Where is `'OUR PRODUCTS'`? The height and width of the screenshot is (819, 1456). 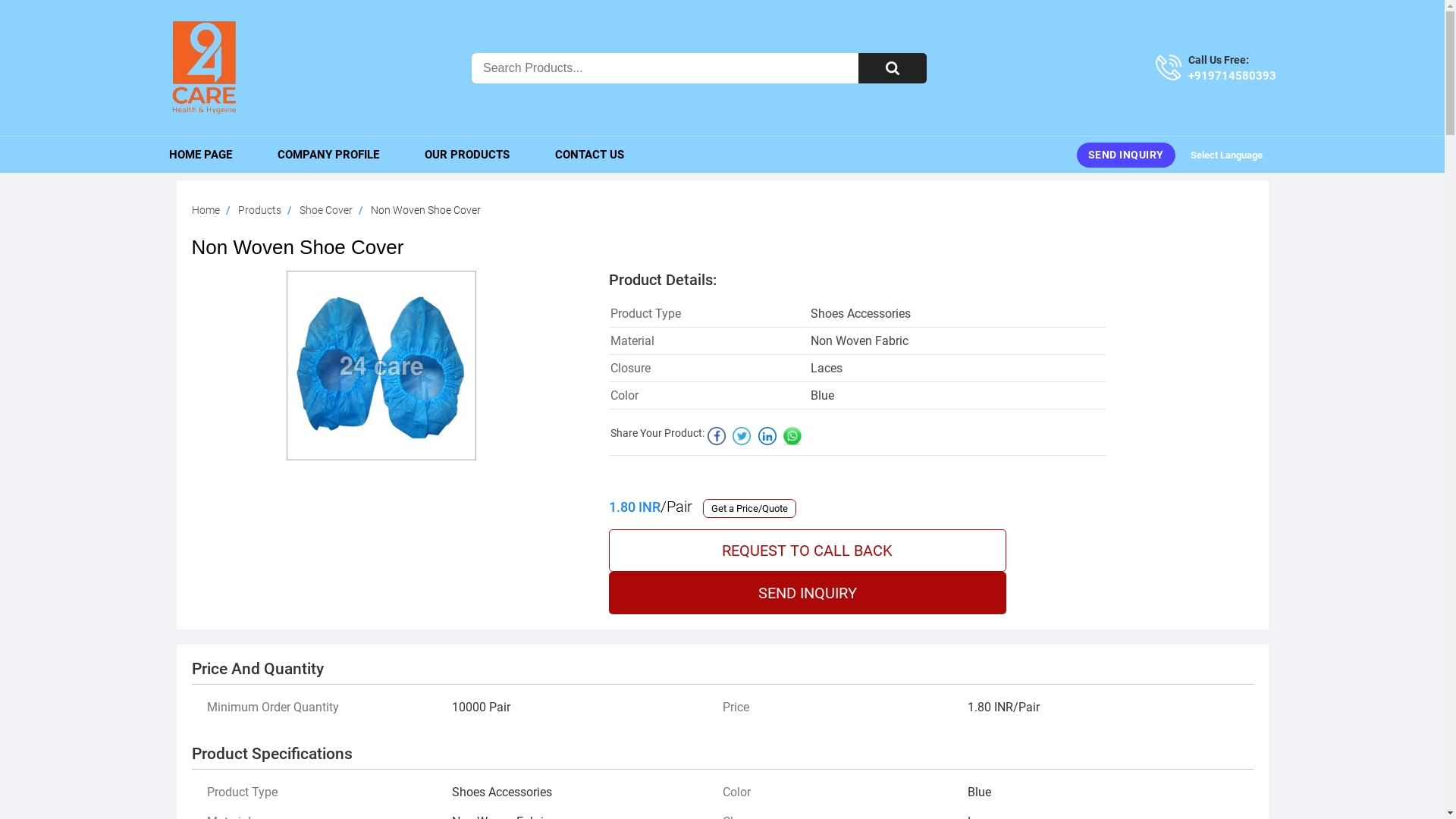
'OUR PRODUCTS' is located at coordinates (466, 155).